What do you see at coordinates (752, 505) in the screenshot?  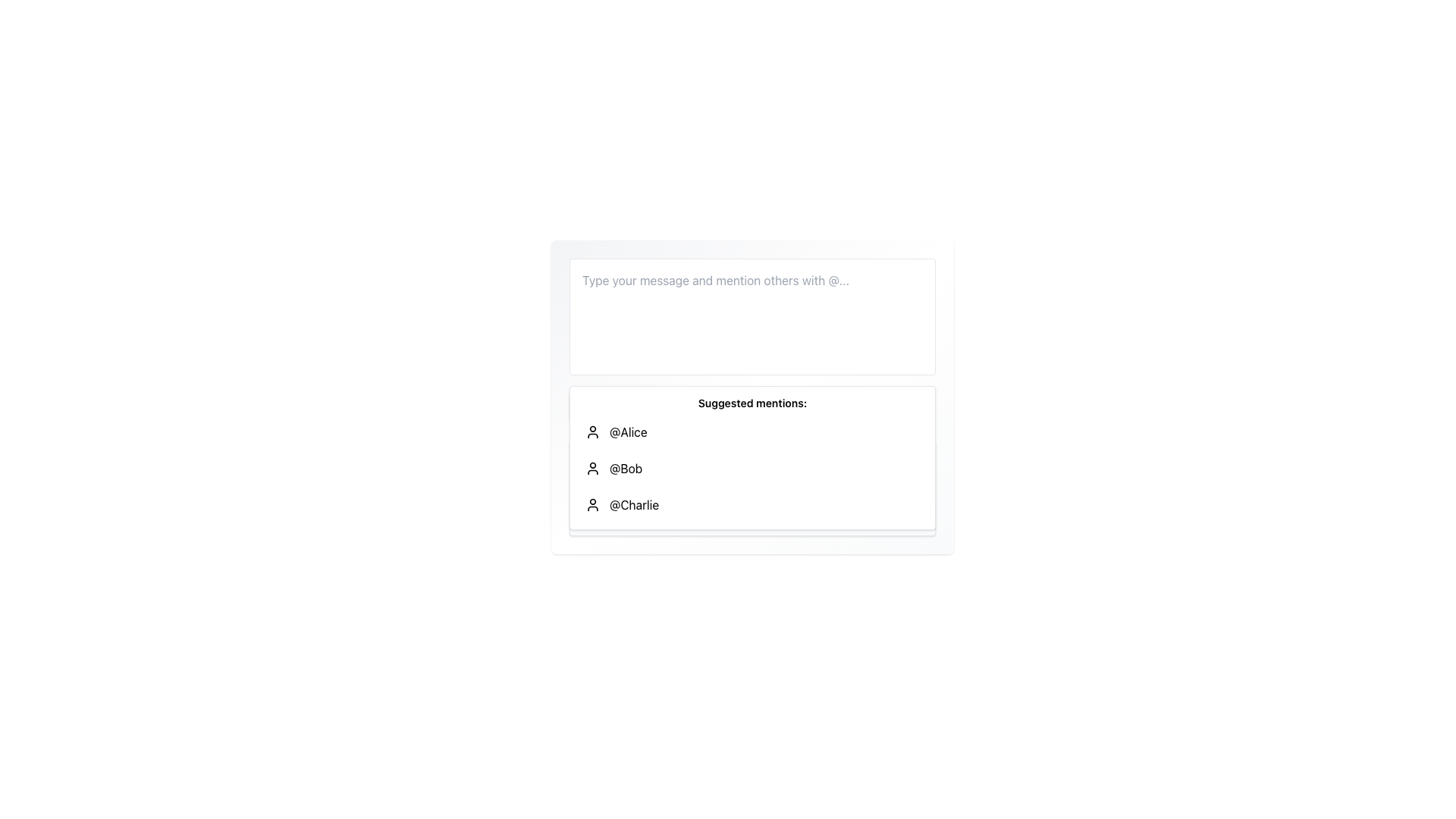 I see `the third entry in the 'Suggested mentions' list` at bounding box center [752, 505].